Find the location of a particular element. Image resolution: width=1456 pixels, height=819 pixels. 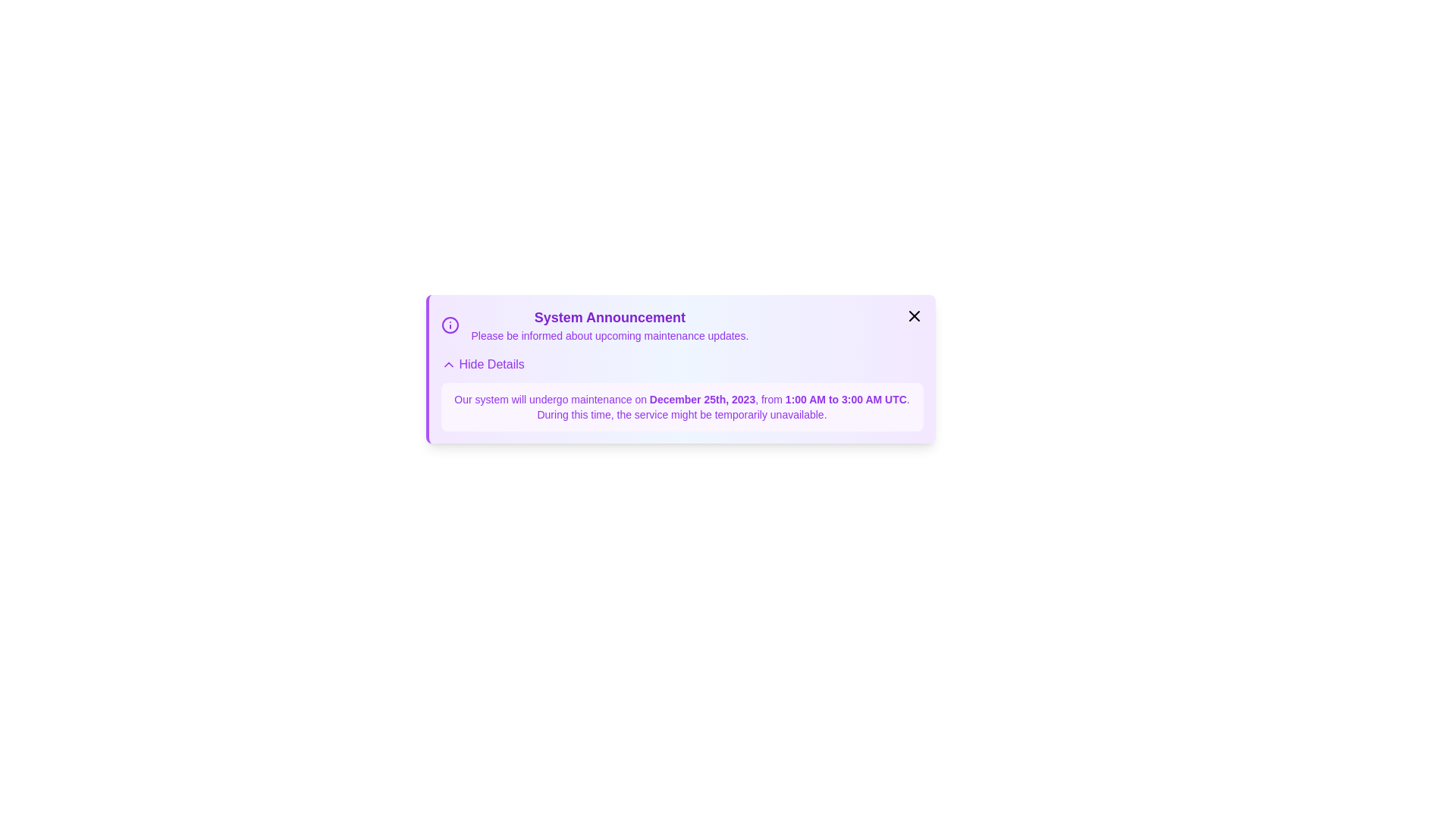

the informational text component that provides details about a maintenance announcement, located beneath 'System Announcement' within the notification box is located at coordinates (610, 335).